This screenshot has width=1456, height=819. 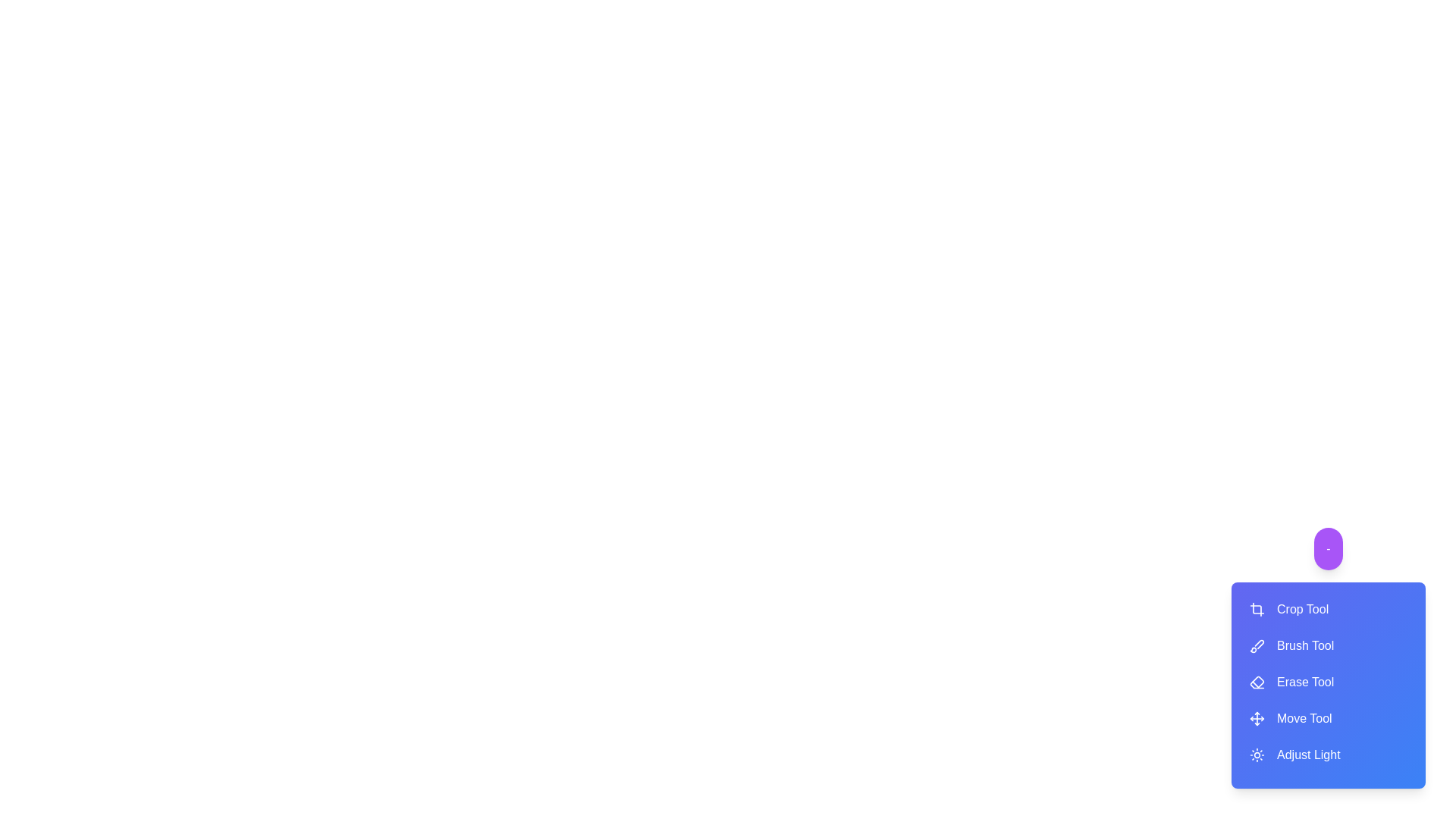 I want to click on the 'Erase Tool' button, which is the third button in a vertical list of tool options in the sidebar menu, featuring an eraser icon and white text on a gradient blue background, so click(x=1328, y=681).